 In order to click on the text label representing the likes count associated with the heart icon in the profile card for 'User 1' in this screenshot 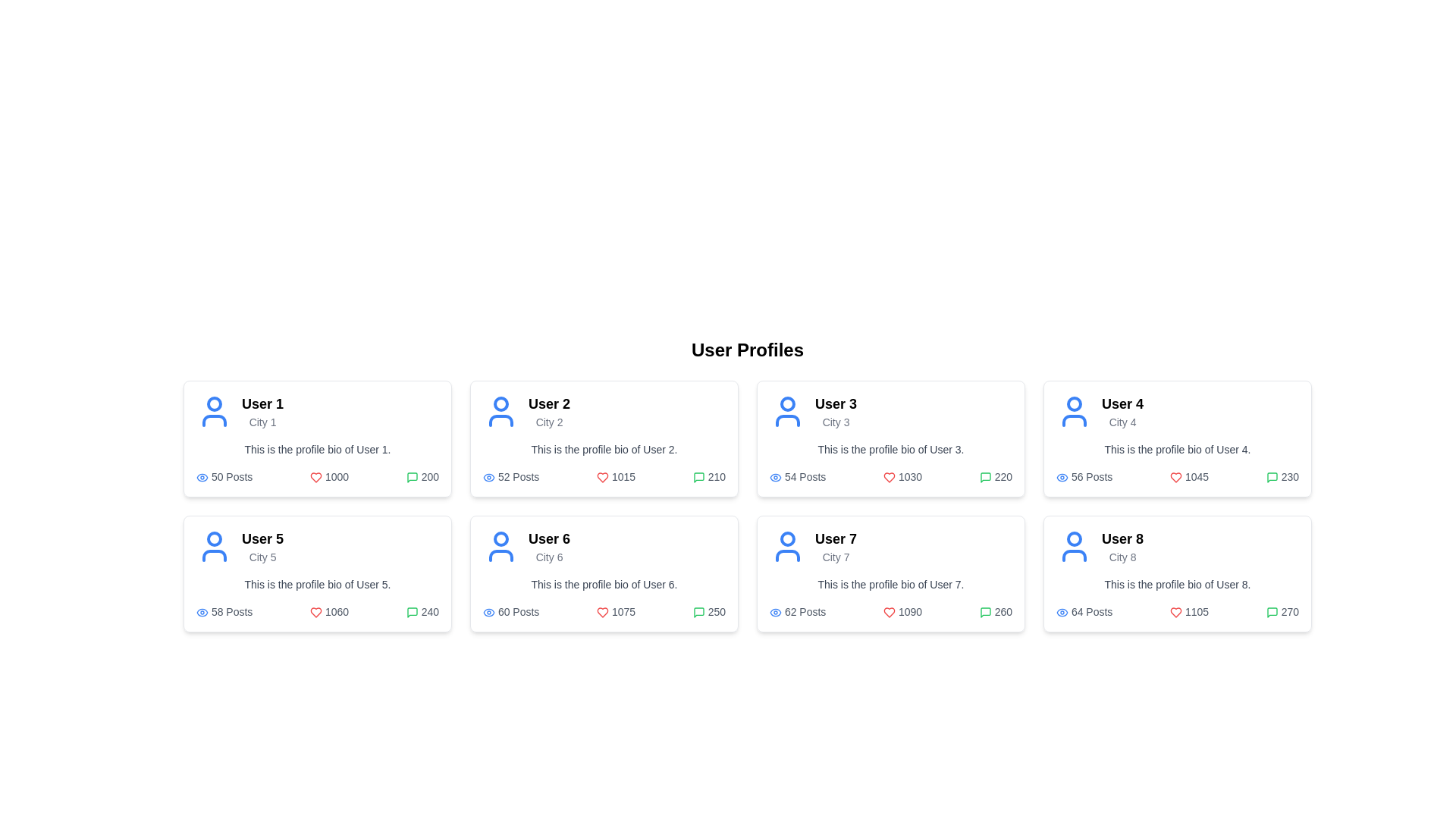, I will do `click(328, 475)`.